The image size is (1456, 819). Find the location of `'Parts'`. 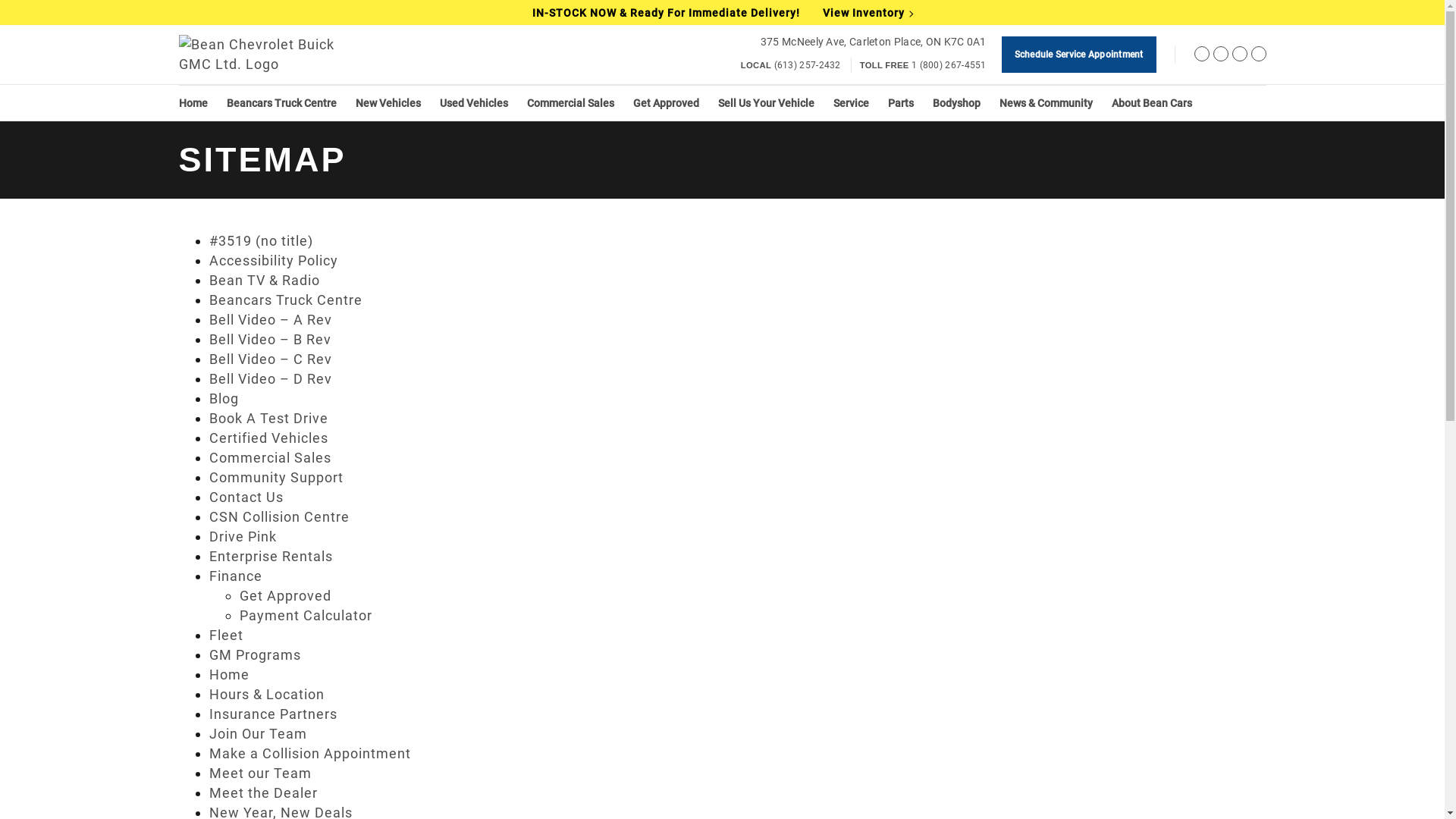

'Parts' is located at coordinates (899, 102).